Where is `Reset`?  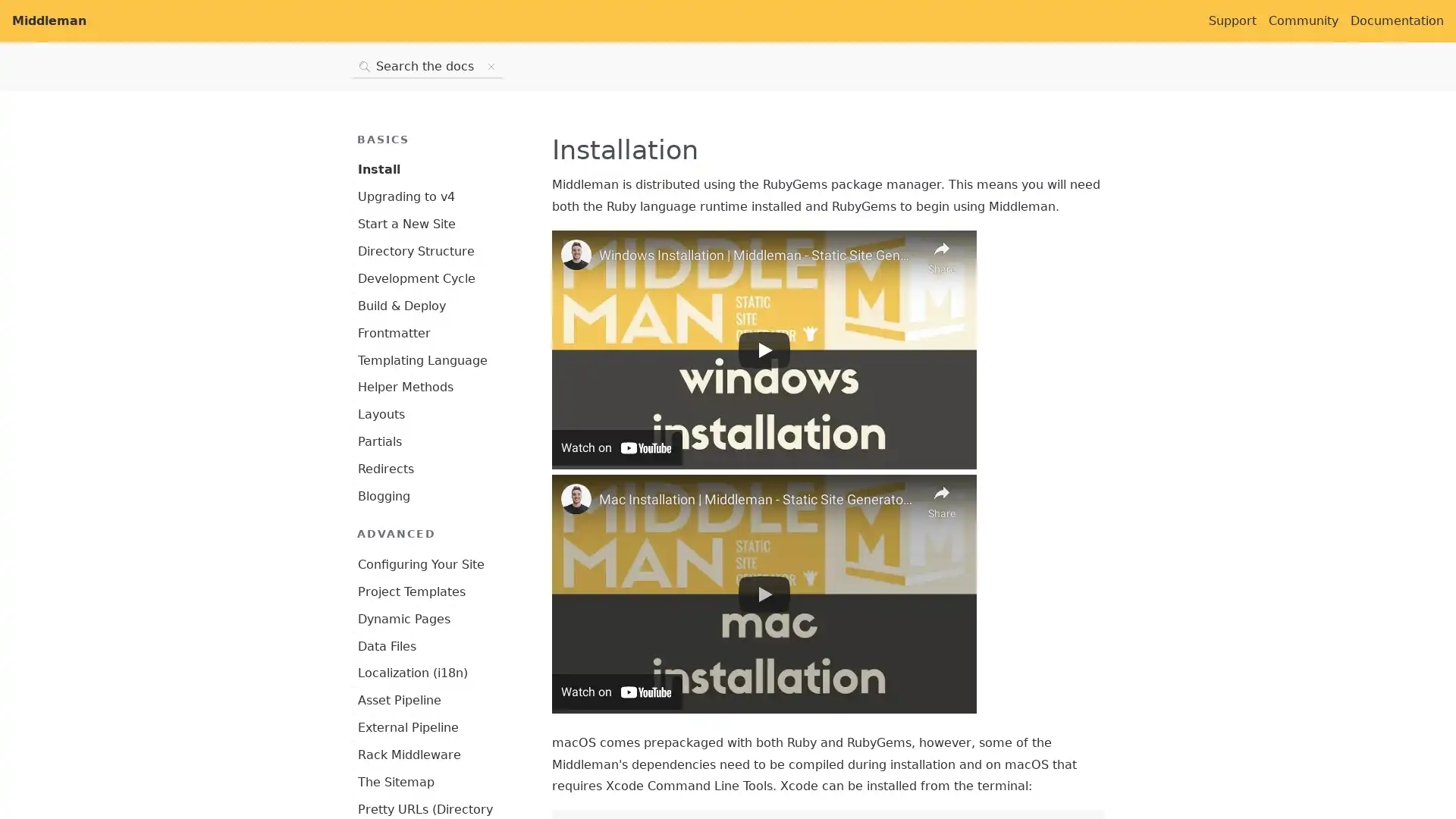 Reset is located at coordinates (491, 66).